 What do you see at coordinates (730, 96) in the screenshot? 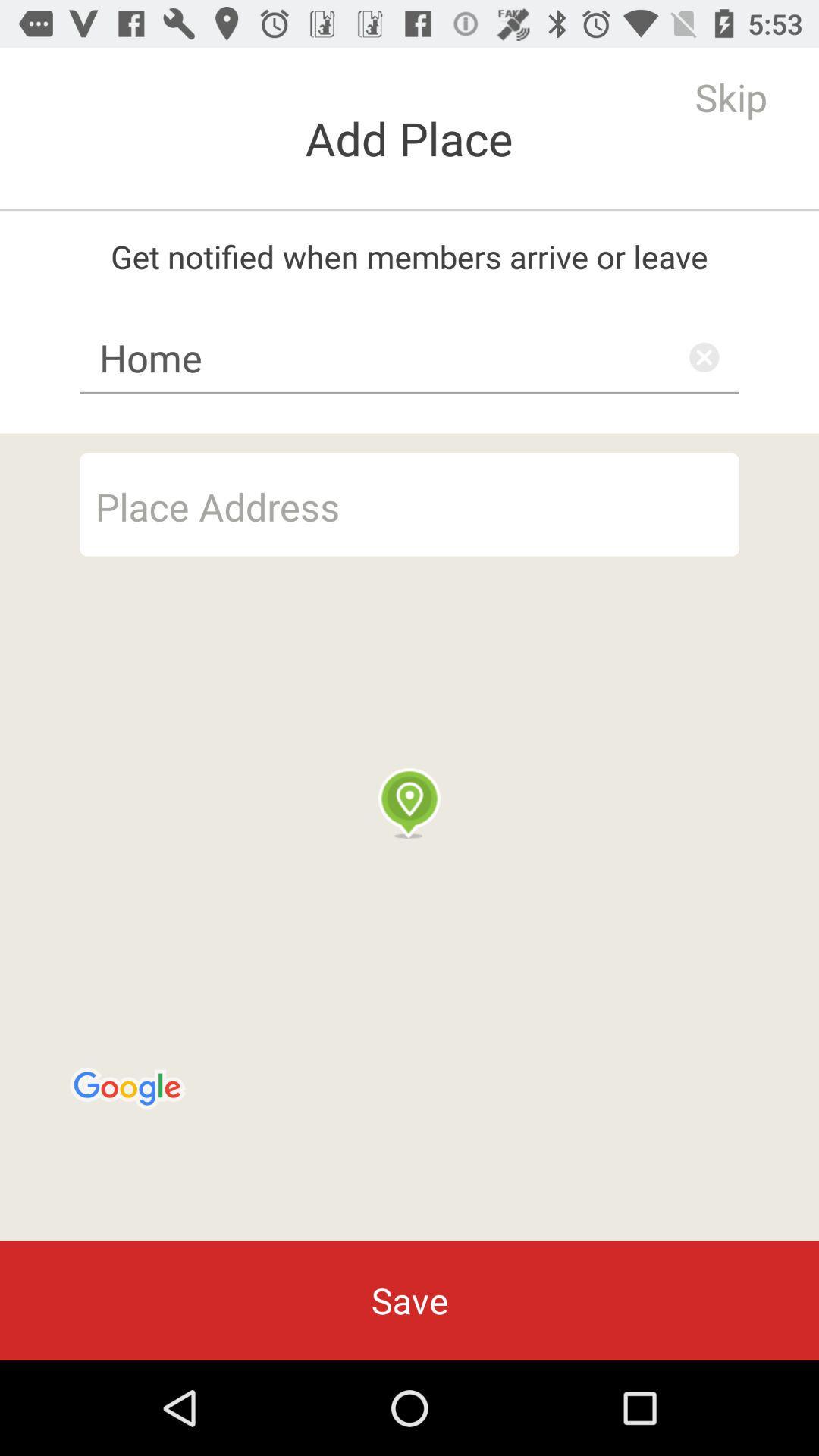
I see `the skip item` at bounding box center [730, 96].